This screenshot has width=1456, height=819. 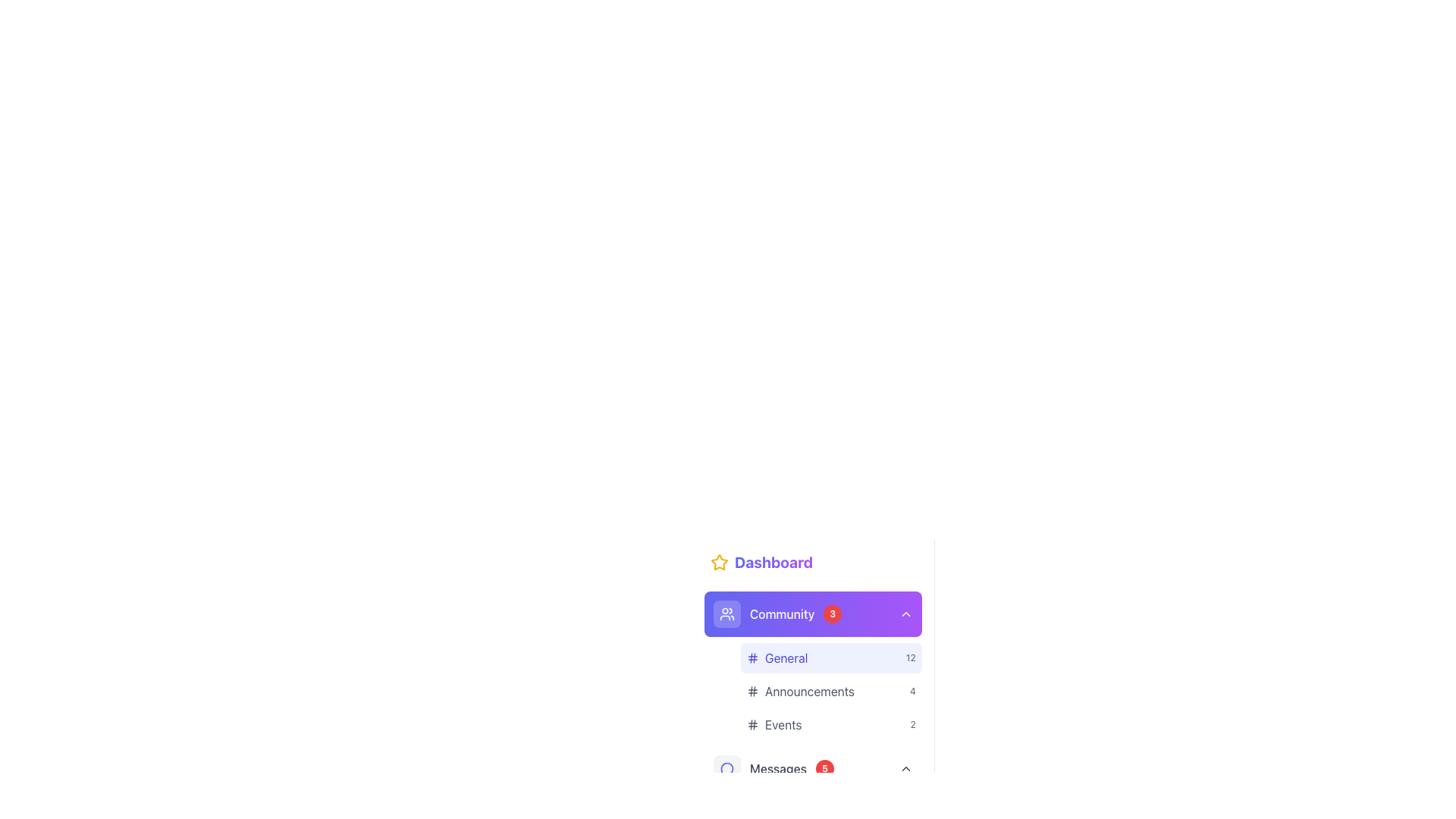 What do you see at coordinates (726, 614) in the screenshot?
I see `the Community icon button located in the sidebar navigation menu, which serves as a visual cue for the Community section` at bounding box center [726, 614].